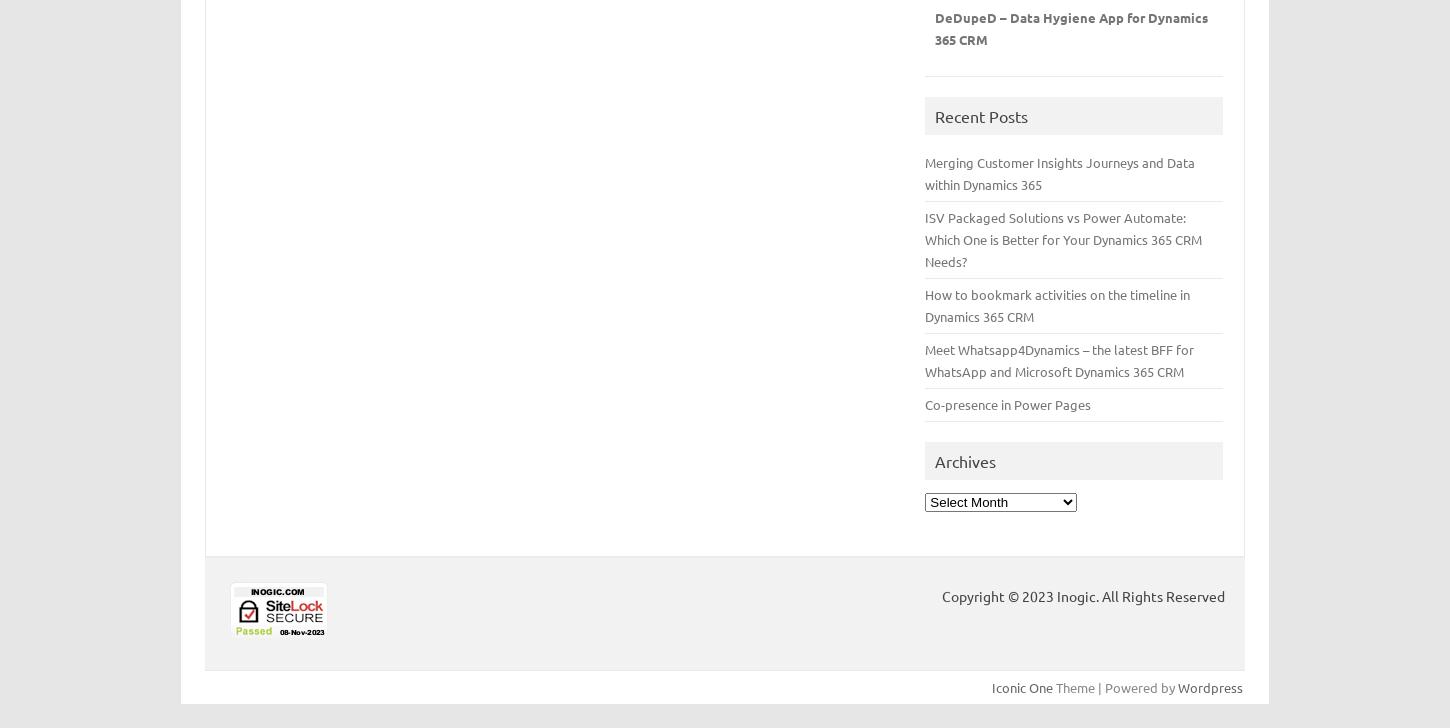 The width and height of the screenshot is (1450, 728). What do you see at coordinates (1057, 304) in the screenshot?
I see `'How to bookmark activities on the timeline in Dynamics 365 CRM'` at bounding box center [1057, 304].